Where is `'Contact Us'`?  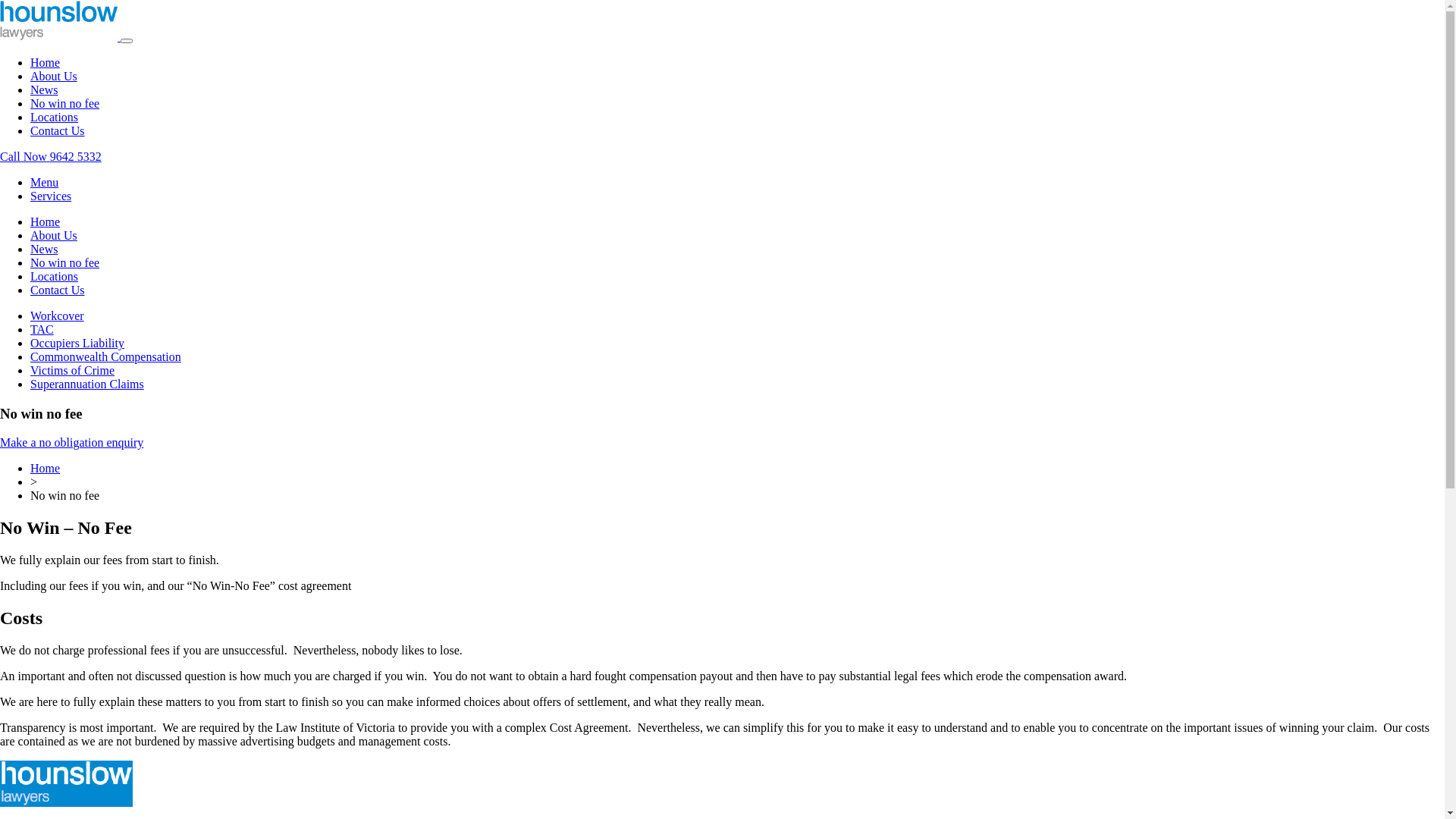
'Contact Us' is located at coordinates (30, 290).